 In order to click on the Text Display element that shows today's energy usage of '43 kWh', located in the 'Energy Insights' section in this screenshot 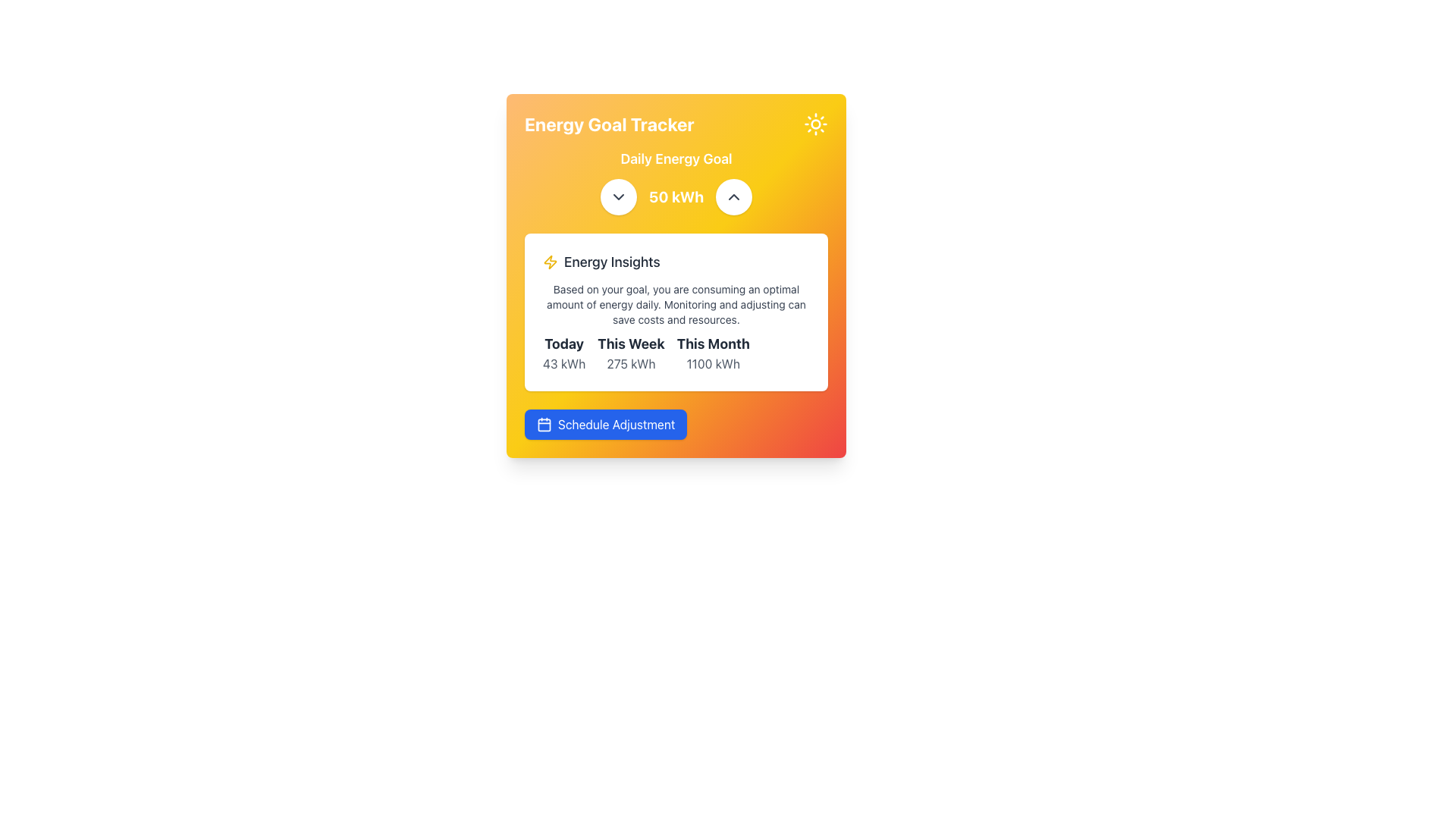, I will do `click(563, 353)`.